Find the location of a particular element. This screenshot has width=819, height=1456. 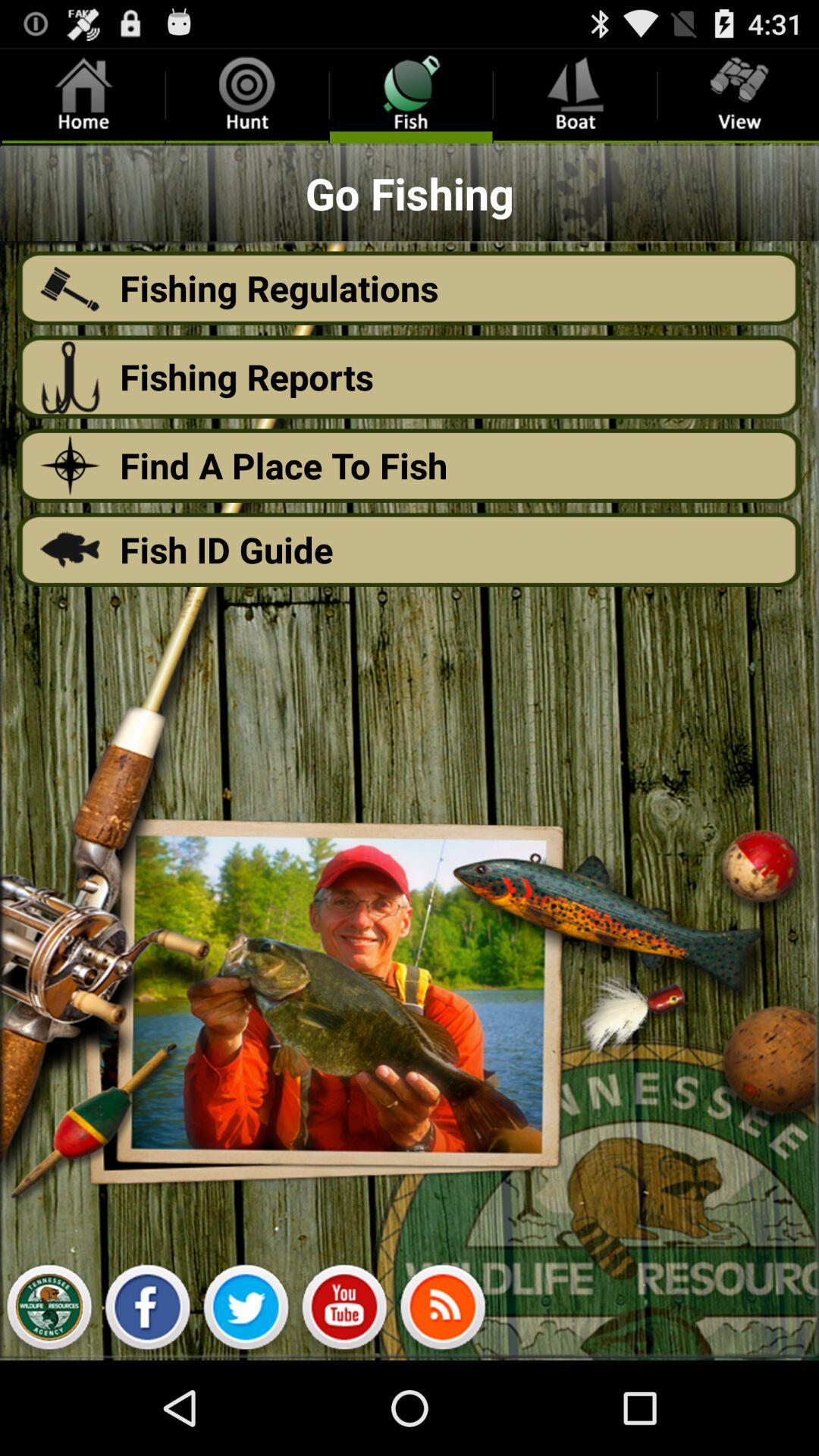

choose the option is located at coordinates (48, 1310).